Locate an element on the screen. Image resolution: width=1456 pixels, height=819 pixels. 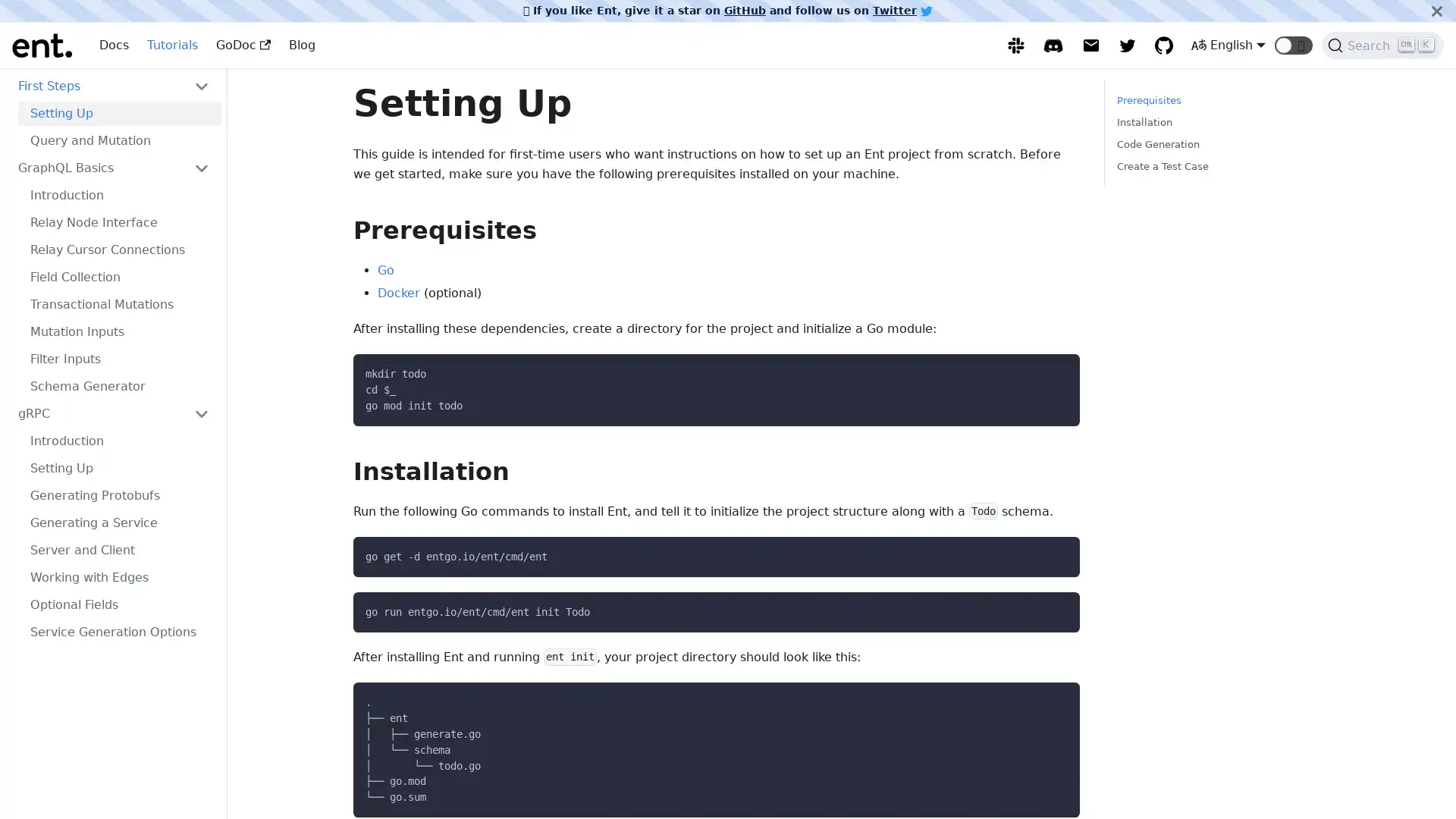
Copy code to clipboard is located at coordinates (1054, 607).